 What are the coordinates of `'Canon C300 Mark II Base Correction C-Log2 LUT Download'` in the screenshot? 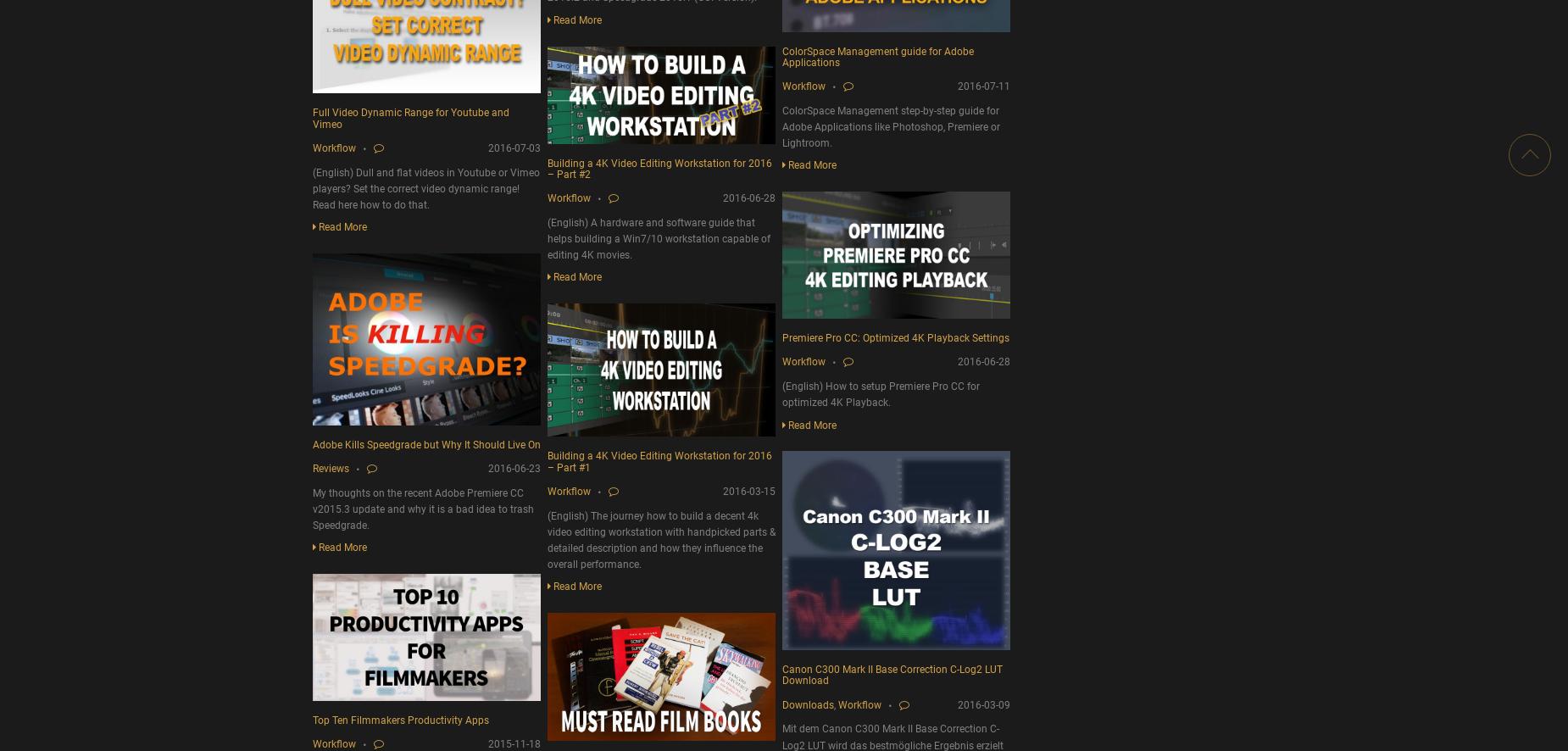 It's located at (892, 674).